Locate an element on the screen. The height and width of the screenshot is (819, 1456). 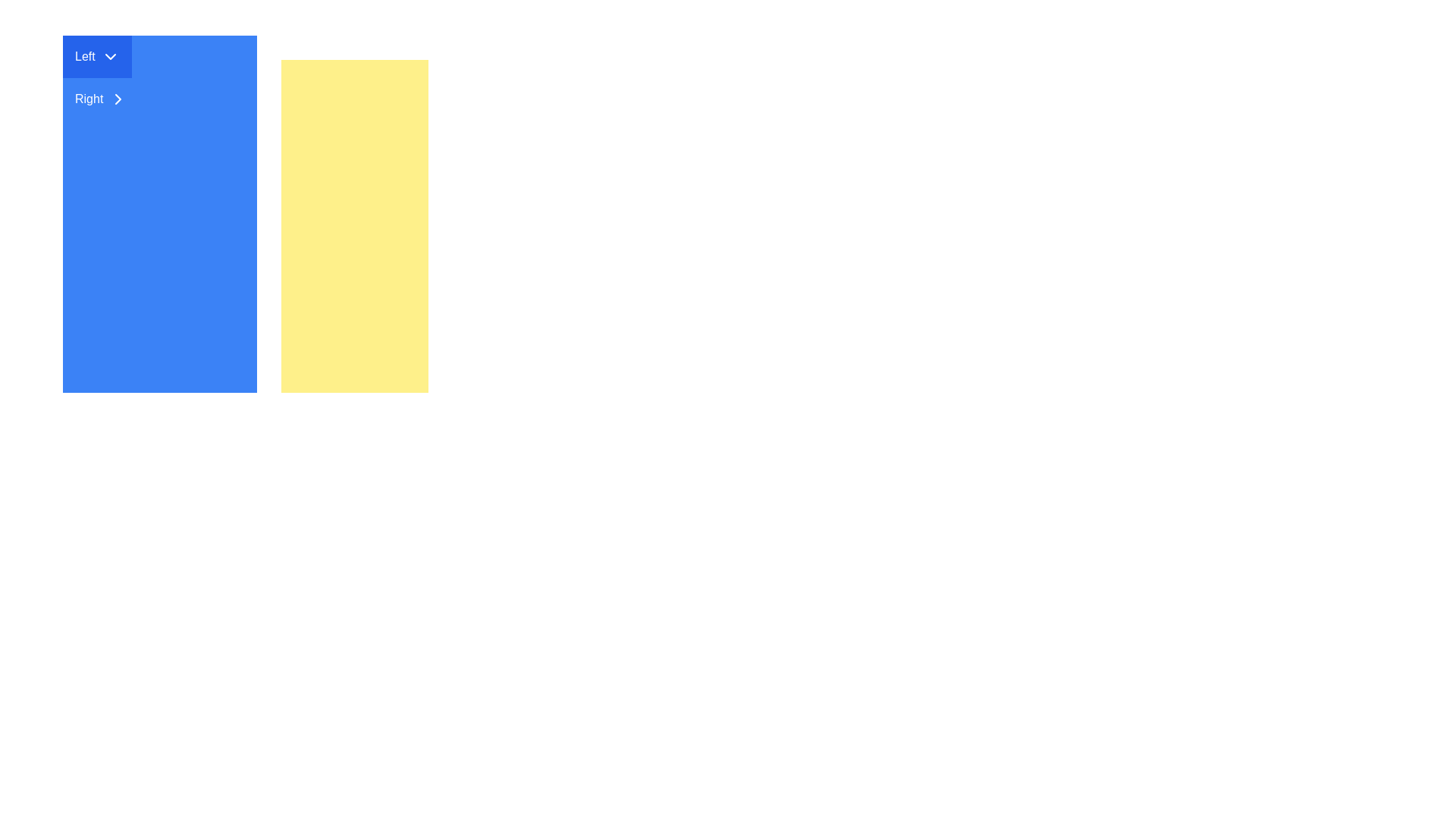
the blue button labeled 'Left' with a downward-pointing chevron icon is located at coordinates (96, 55).